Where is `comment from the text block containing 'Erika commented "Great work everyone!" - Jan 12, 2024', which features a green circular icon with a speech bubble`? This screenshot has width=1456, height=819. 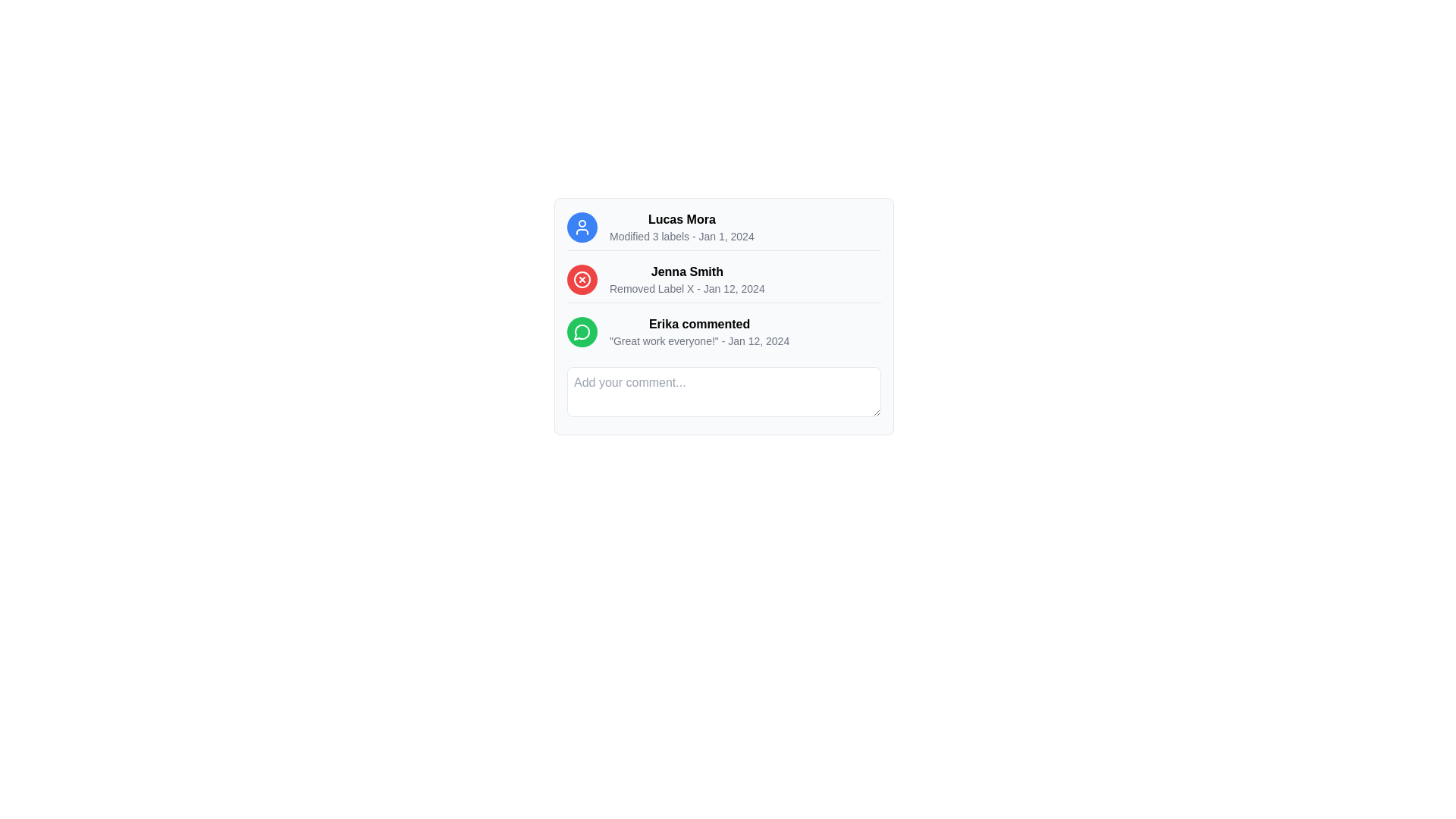 comment from the text block containing 'Erika commented "Great work everyone!" - Jan 12, 2024', which features a green circular icon with a speech bubble is located at coordinates (723, 334).